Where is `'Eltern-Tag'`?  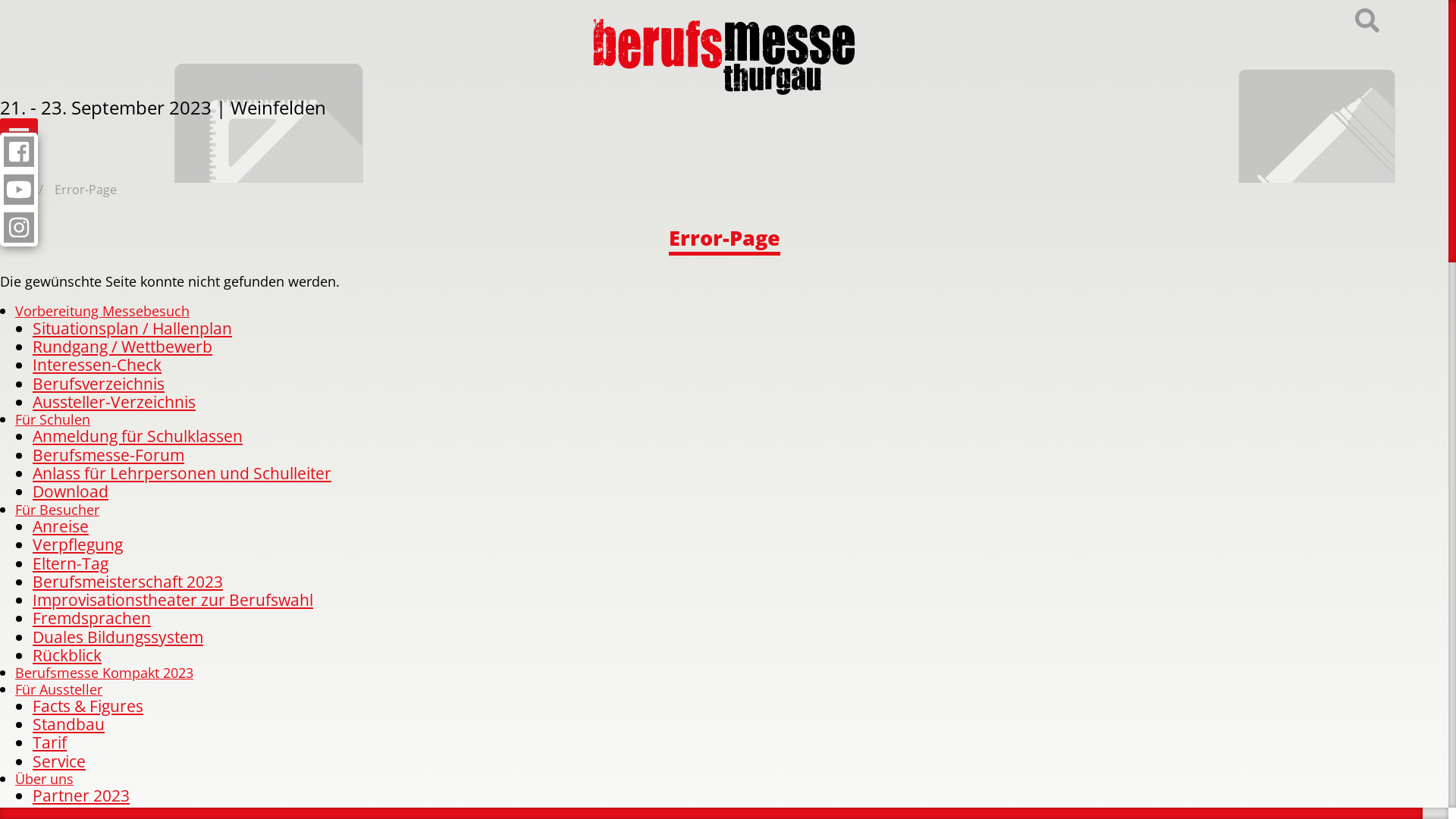
'Eltern-Tag' is located at coordinates (69, 563).